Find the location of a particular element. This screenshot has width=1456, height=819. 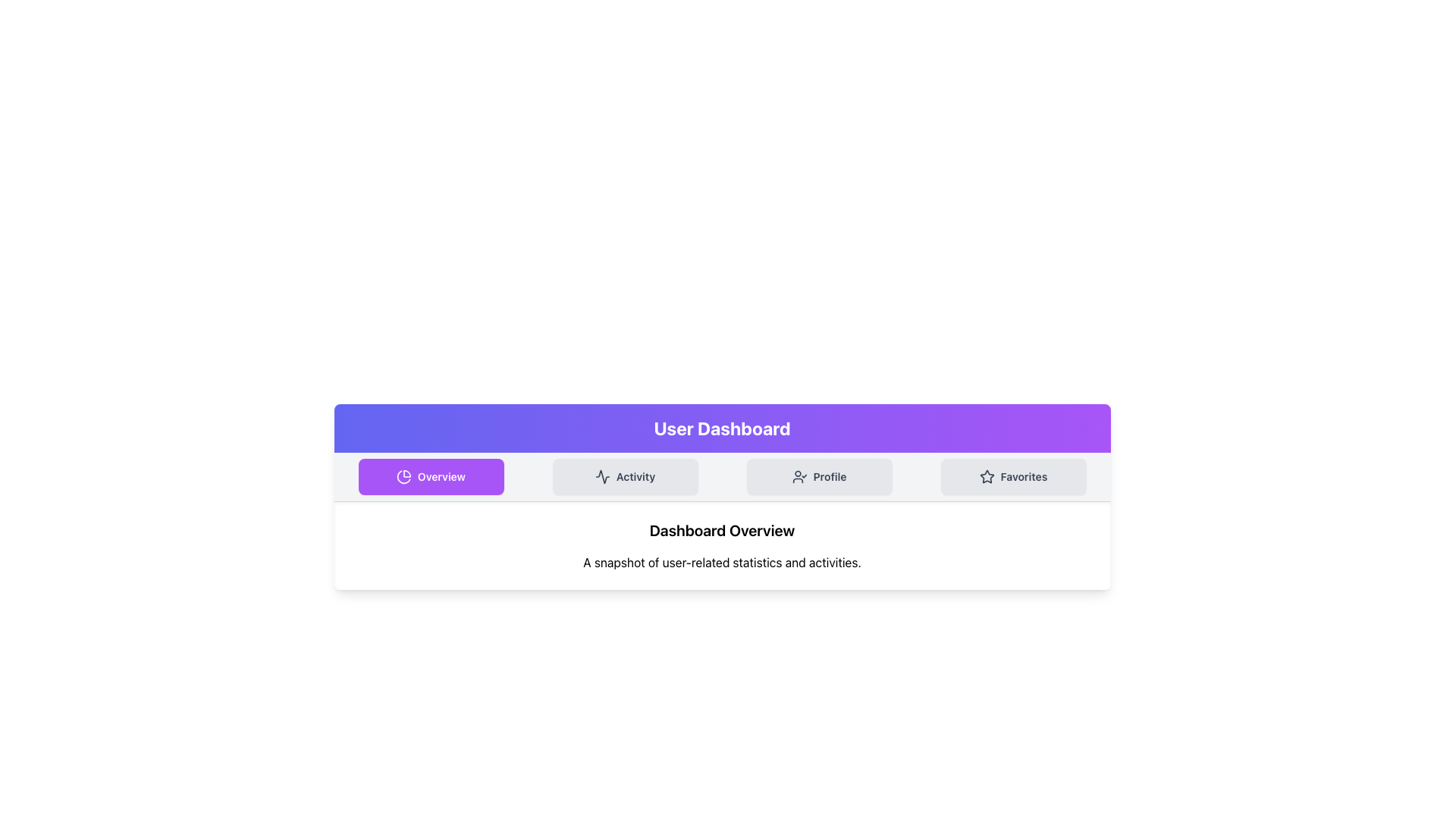

static text displaying 'A snapshot of user-related statistics and activities.' positioned below the 'Dashboard Overview' header is located at coordinates (721, 562).